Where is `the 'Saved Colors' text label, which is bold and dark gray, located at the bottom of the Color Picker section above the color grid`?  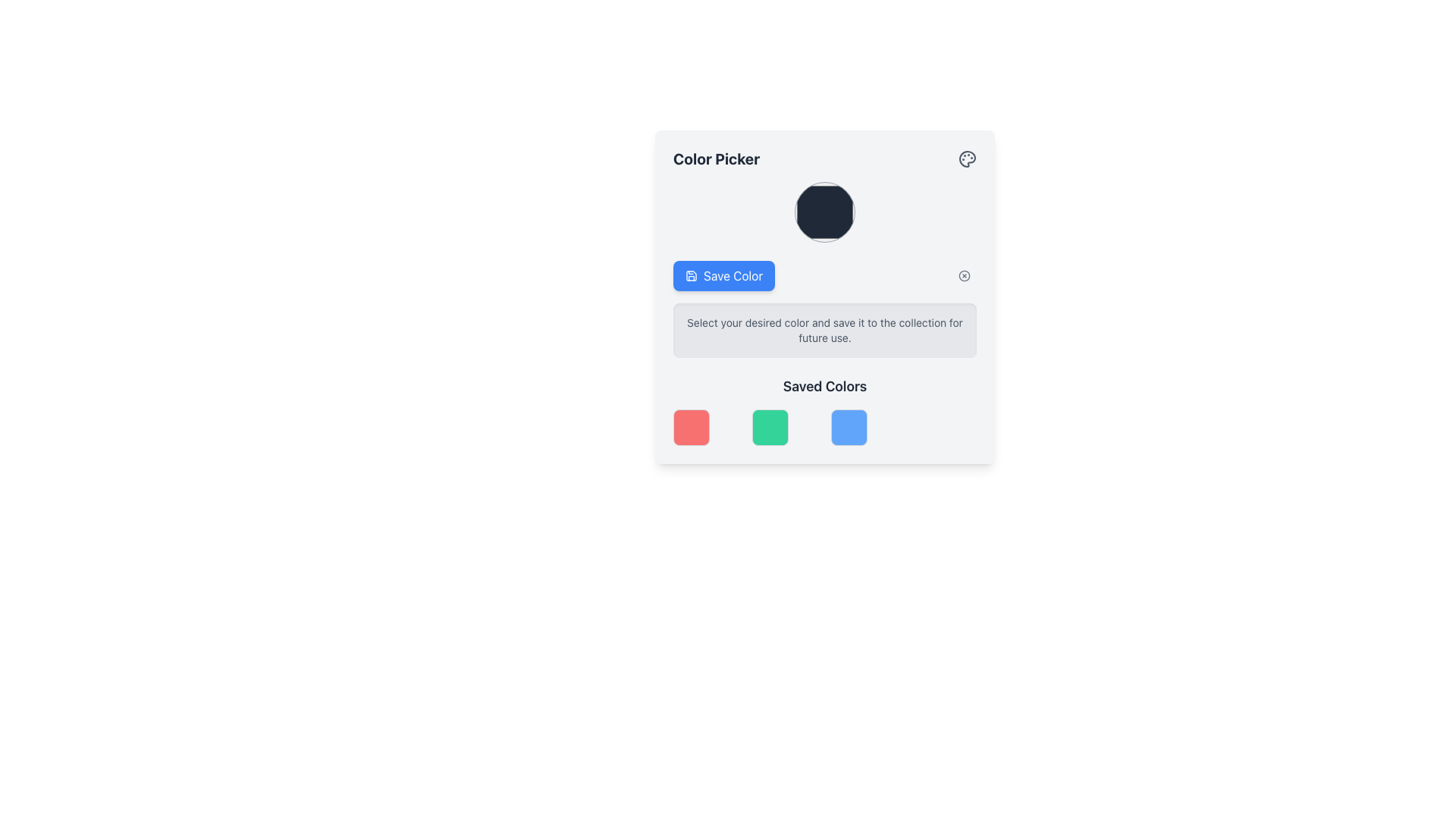
the 'Saved Colors' text label, which is bold and dark gray, located at the bottom of the Color Picker section above the color grid is located at coordinates (824, 385).